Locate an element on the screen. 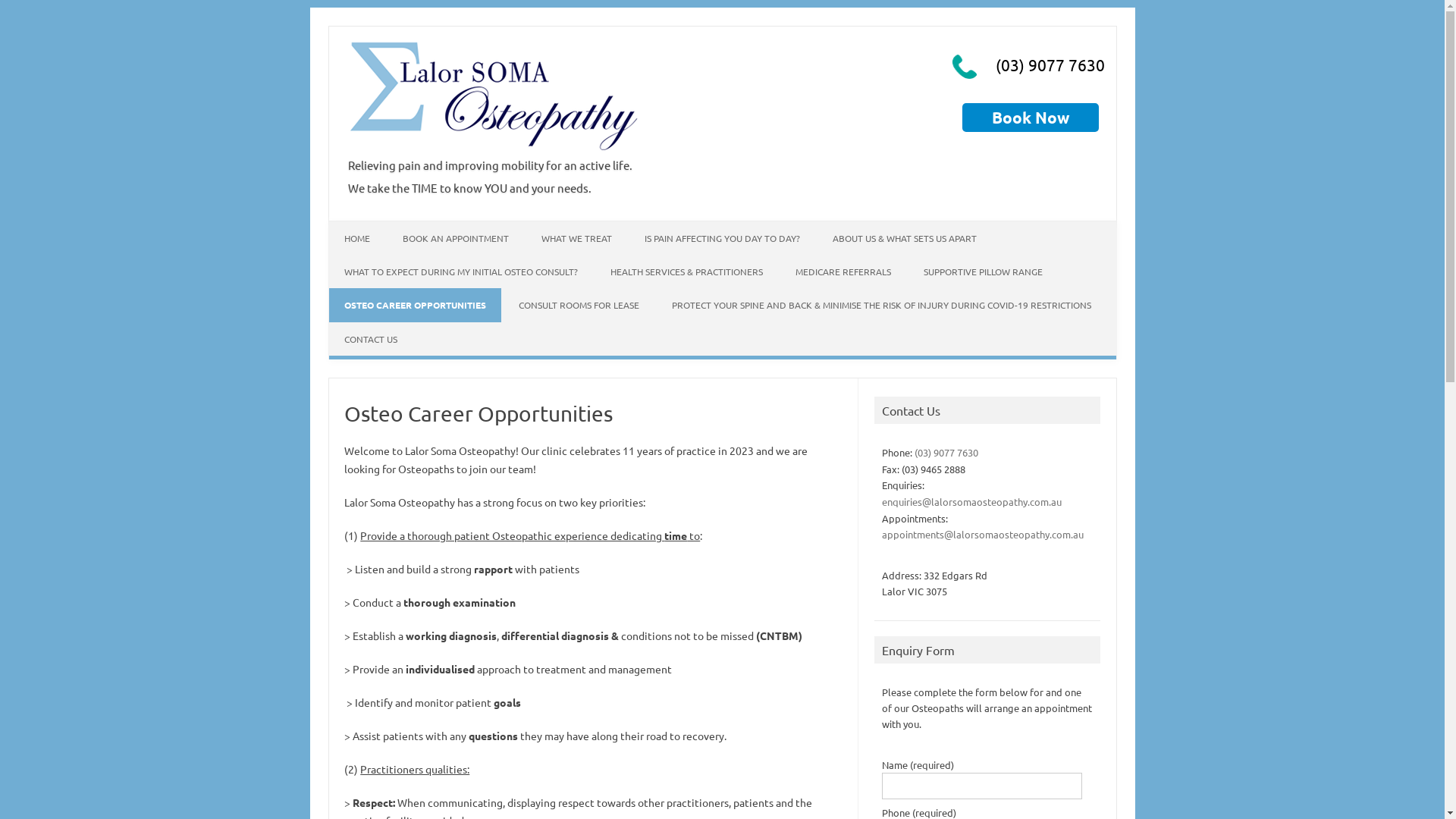 The width and height of the screenshot is (1456, 819). 'CONSULT ROOMS FOR LEASE' is located at coordinates (578, 304).